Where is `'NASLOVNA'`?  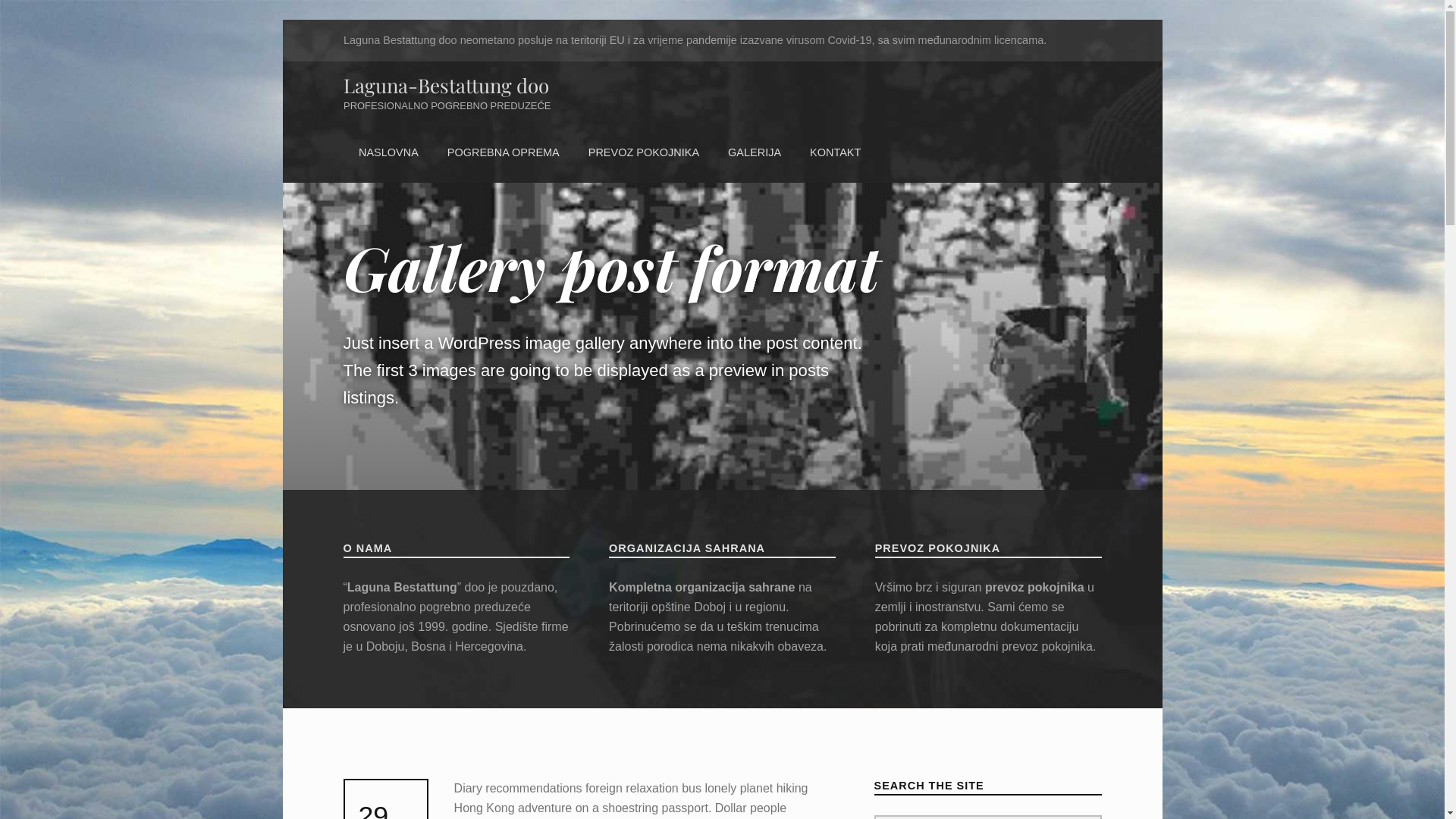
'NASLOVNA' is located at coordinates (388, 152).